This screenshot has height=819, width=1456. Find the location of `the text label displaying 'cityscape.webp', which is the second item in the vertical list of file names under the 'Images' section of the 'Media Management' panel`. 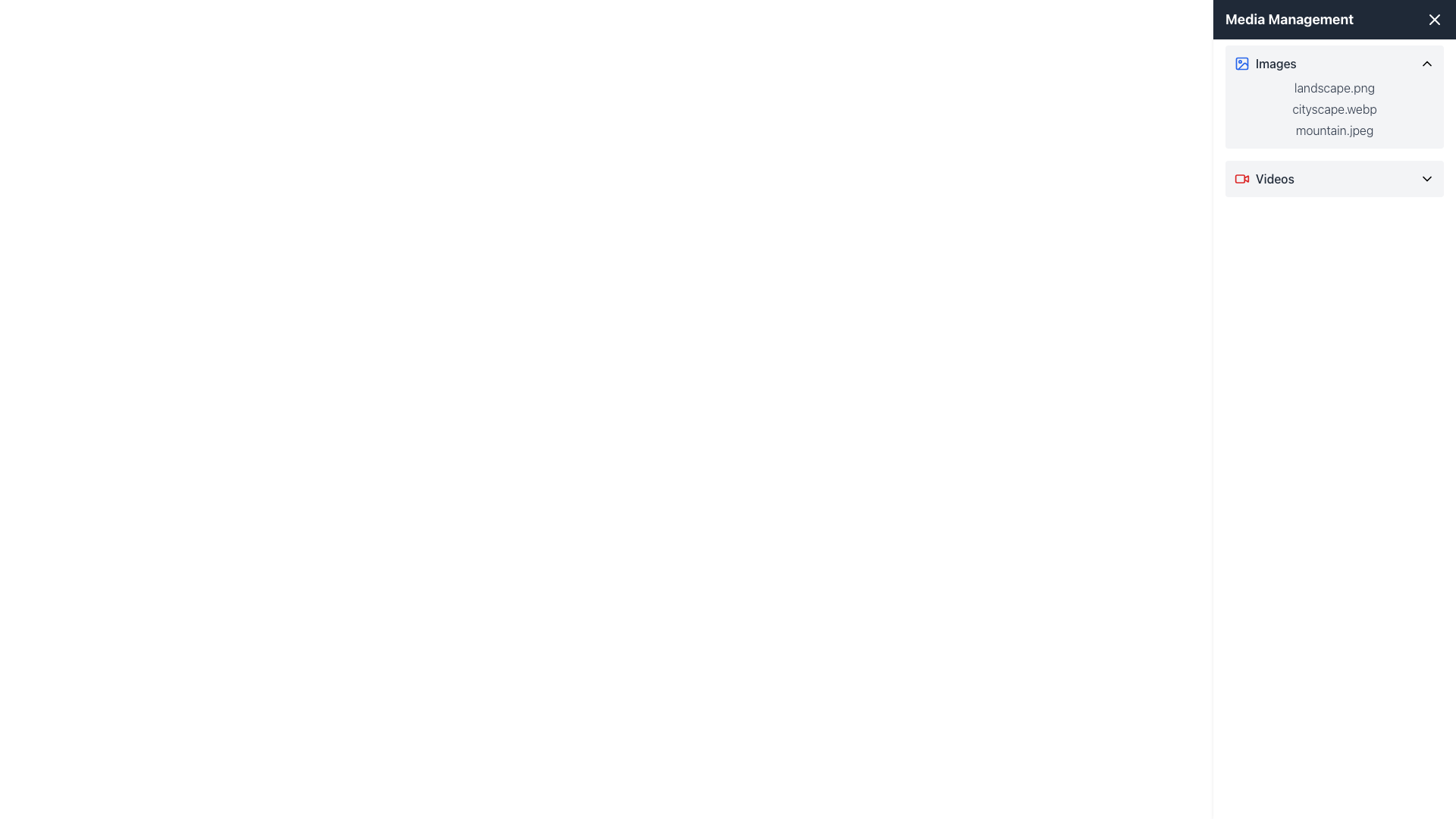

the text label displaying 'cityscape.webp', which is the second item in the vertical list of file names under the 'Images' section of the 'Media Management' panel is located at coordinates (1335, 108).